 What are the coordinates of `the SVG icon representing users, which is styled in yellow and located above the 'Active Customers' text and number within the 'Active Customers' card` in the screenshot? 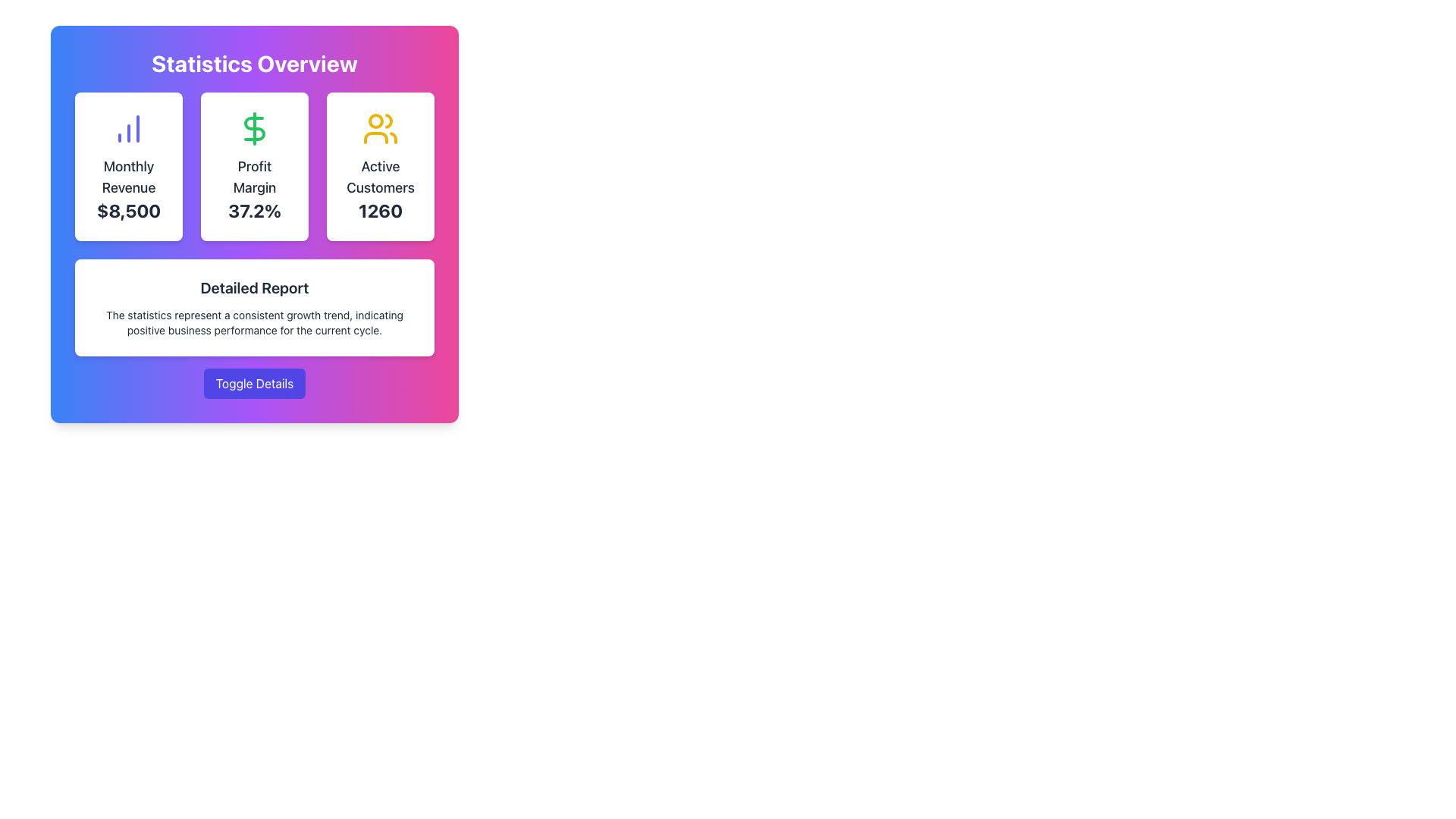 It's located at (381, 127).